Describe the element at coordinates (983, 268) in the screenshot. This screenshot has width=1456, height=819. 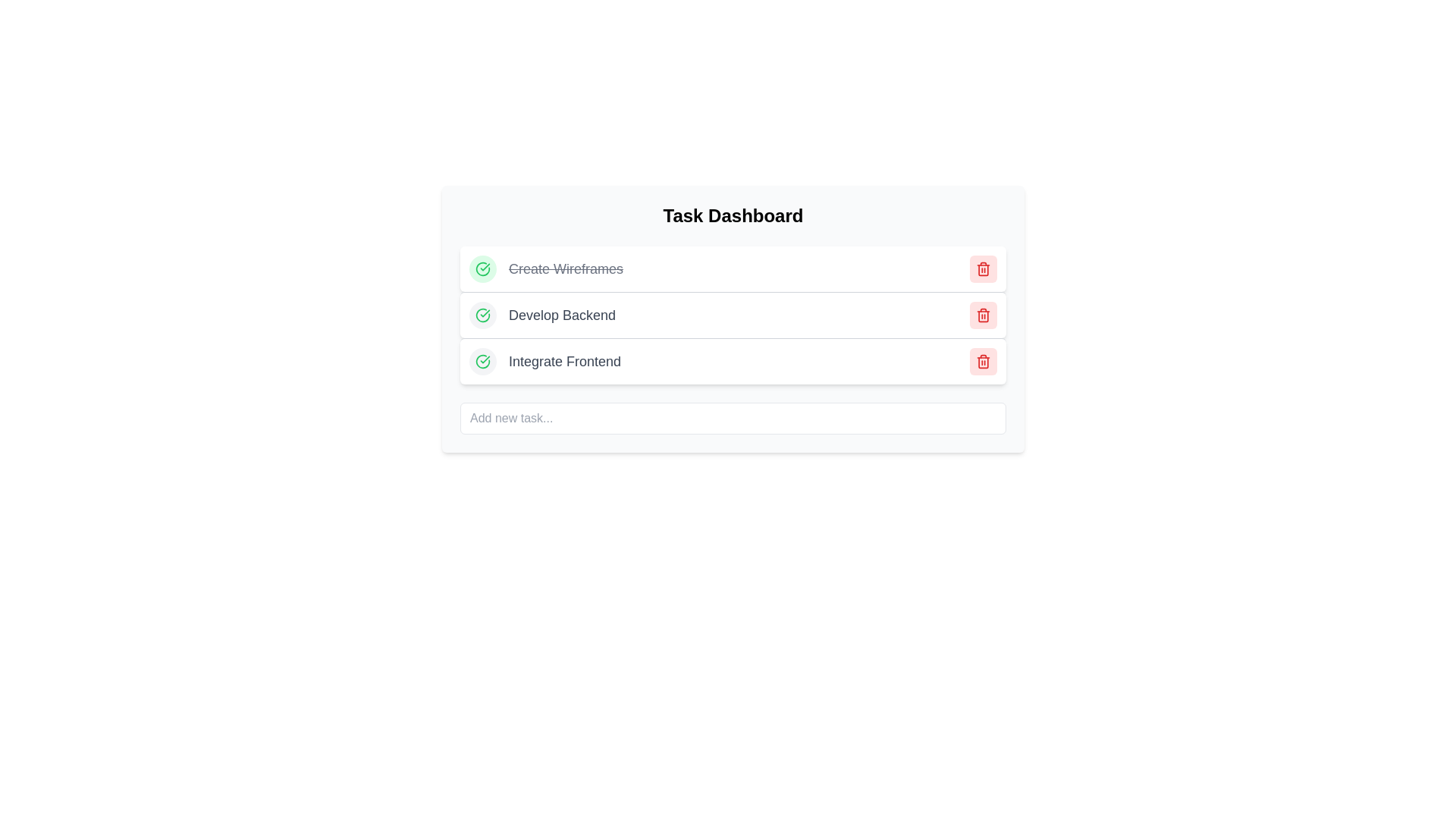
I see `the trash bin icon button with a red color and rounded rectangular background, located on the right side of the second task in the task dashboard` at that location.